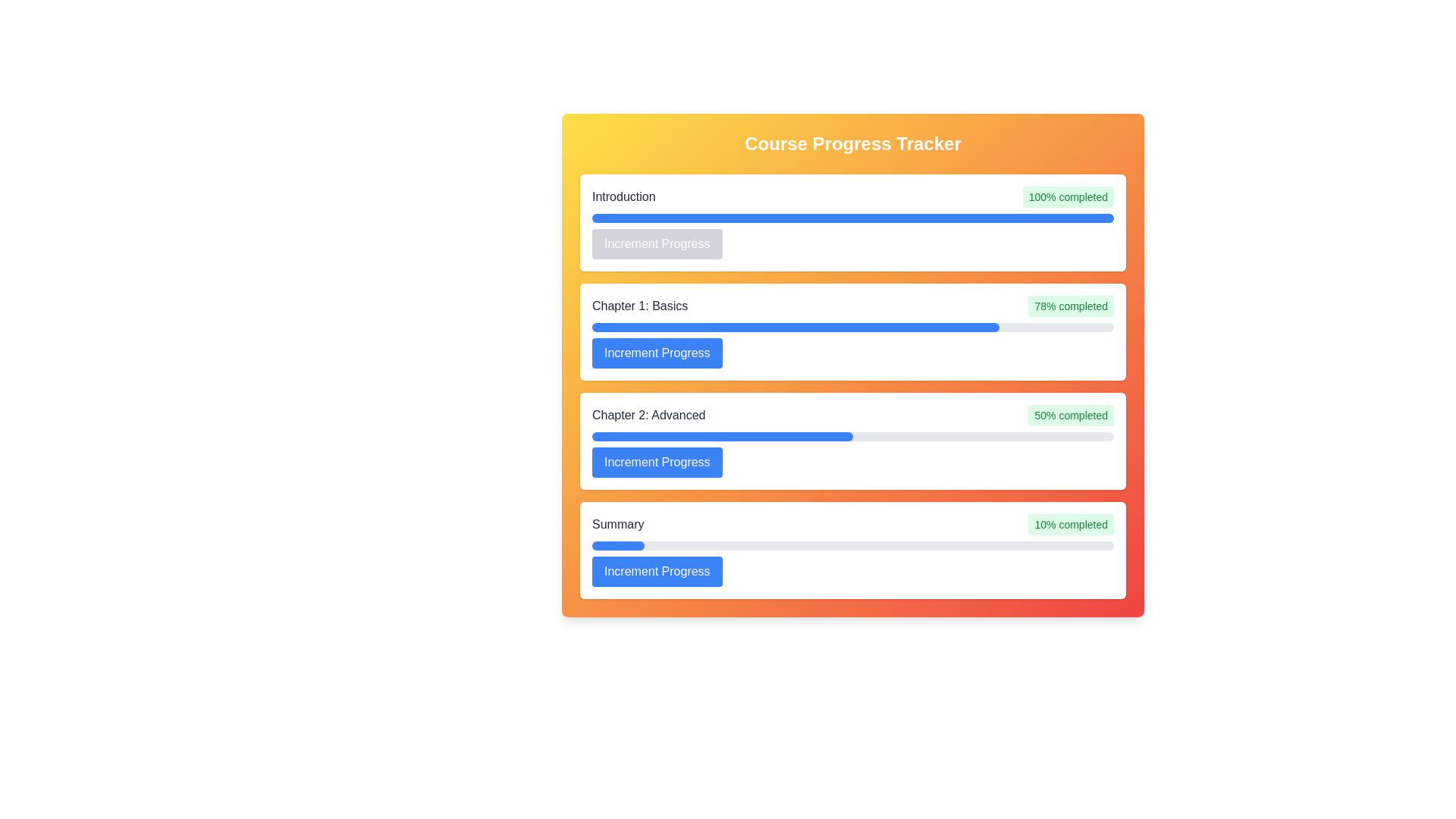 Image resolution: width=1456 pixels, height=819 pixels. Describe the element at coordinates (852, 546) in the screenshot. I see `the progress bar located in the 'Summary' section, which visually represents the progress percentage of a task with a gray background and a blue completed portion` at that location.